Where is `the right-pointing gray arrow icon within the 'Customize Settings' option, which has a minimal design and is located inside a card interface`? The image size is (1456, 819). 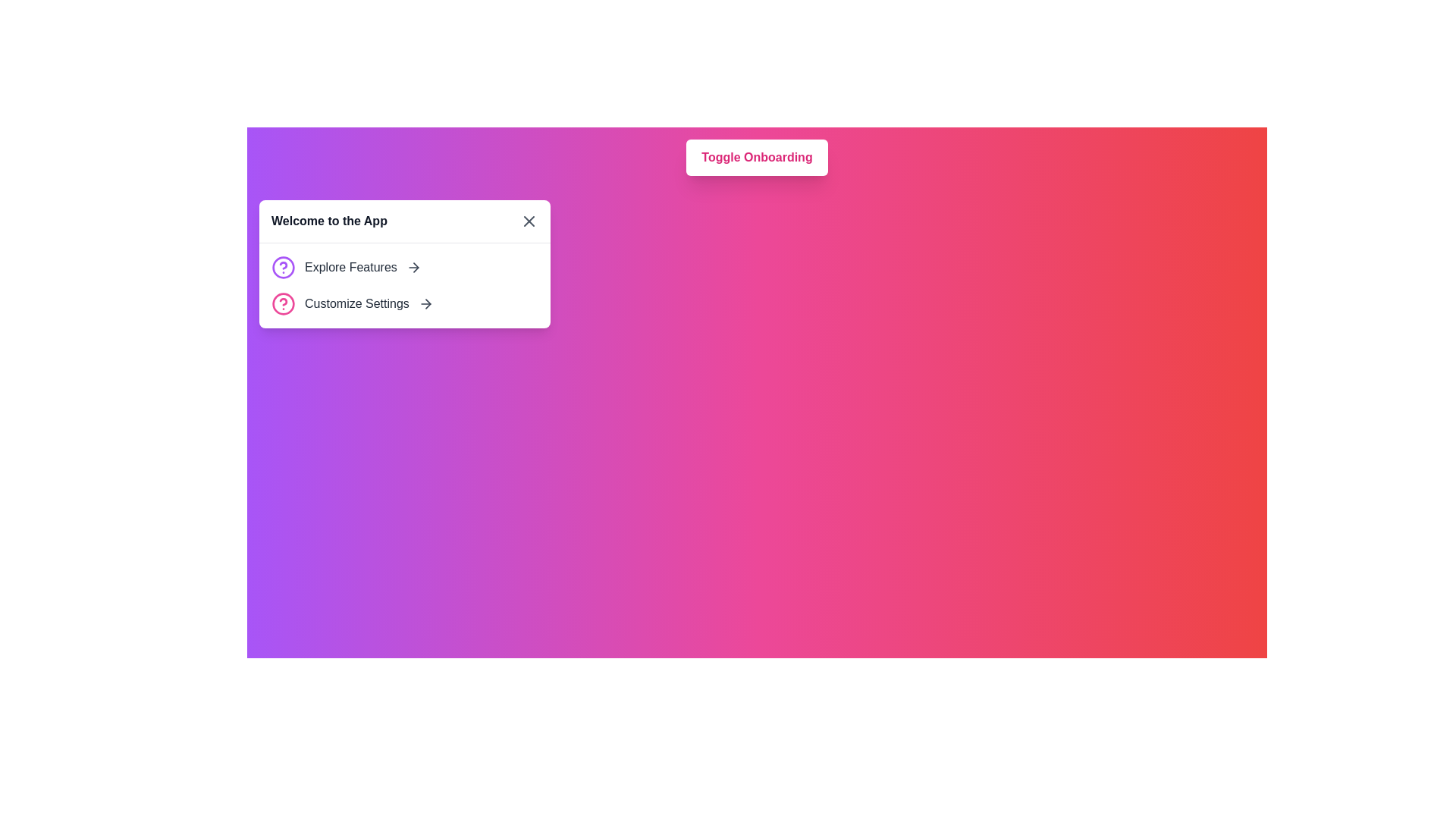
the right-pointing gray arrow icon within the 'Customize Settings' option, which has a minimal design and is located inside a card interface is located at coordinates (425, 304).